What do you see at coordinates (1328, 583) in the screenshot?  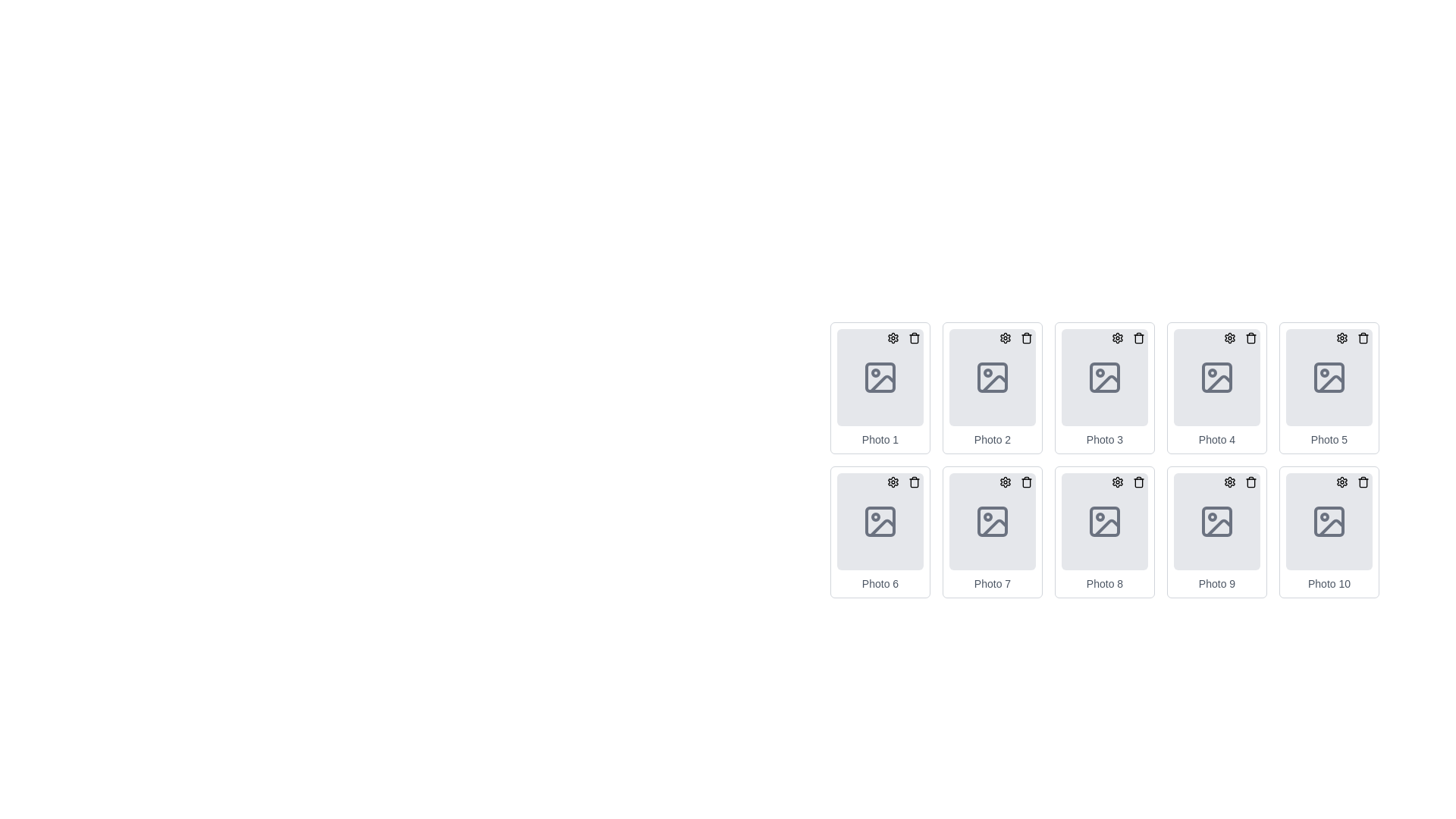 I see `the text label 'Photo 10', which is styled with a small font size and light gray color, located at the bottom center of the tenth item in a grid of photo placeholders` at bounding box center [1328, 583].